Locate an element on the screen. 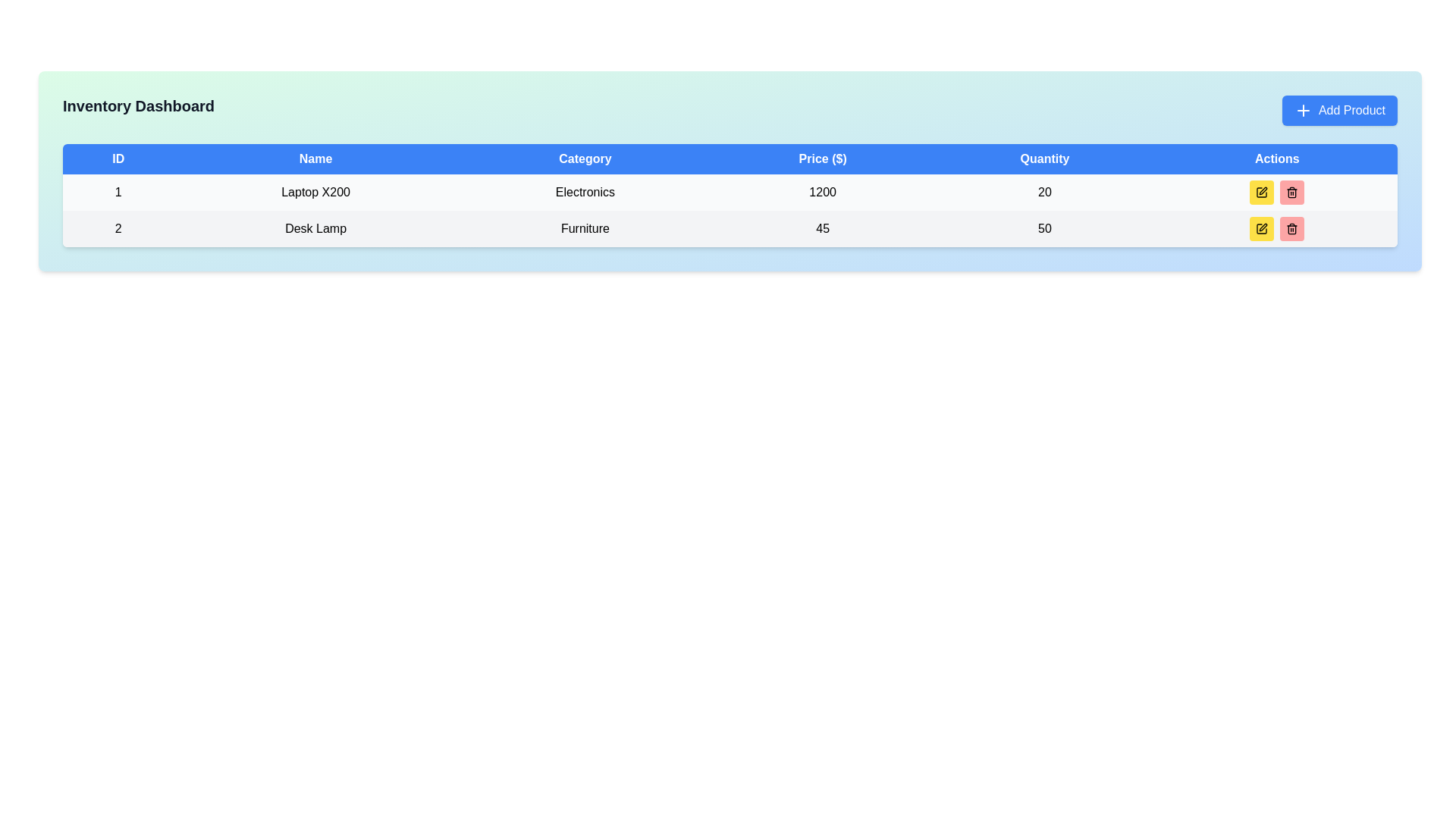 The width and height of the screenshot is (1456, 819). text content of the ID number for the 'Desk Lamp' entry located in the leading cell of the second row under the 'ID' column header in the table is located at coordinates (118, 228).